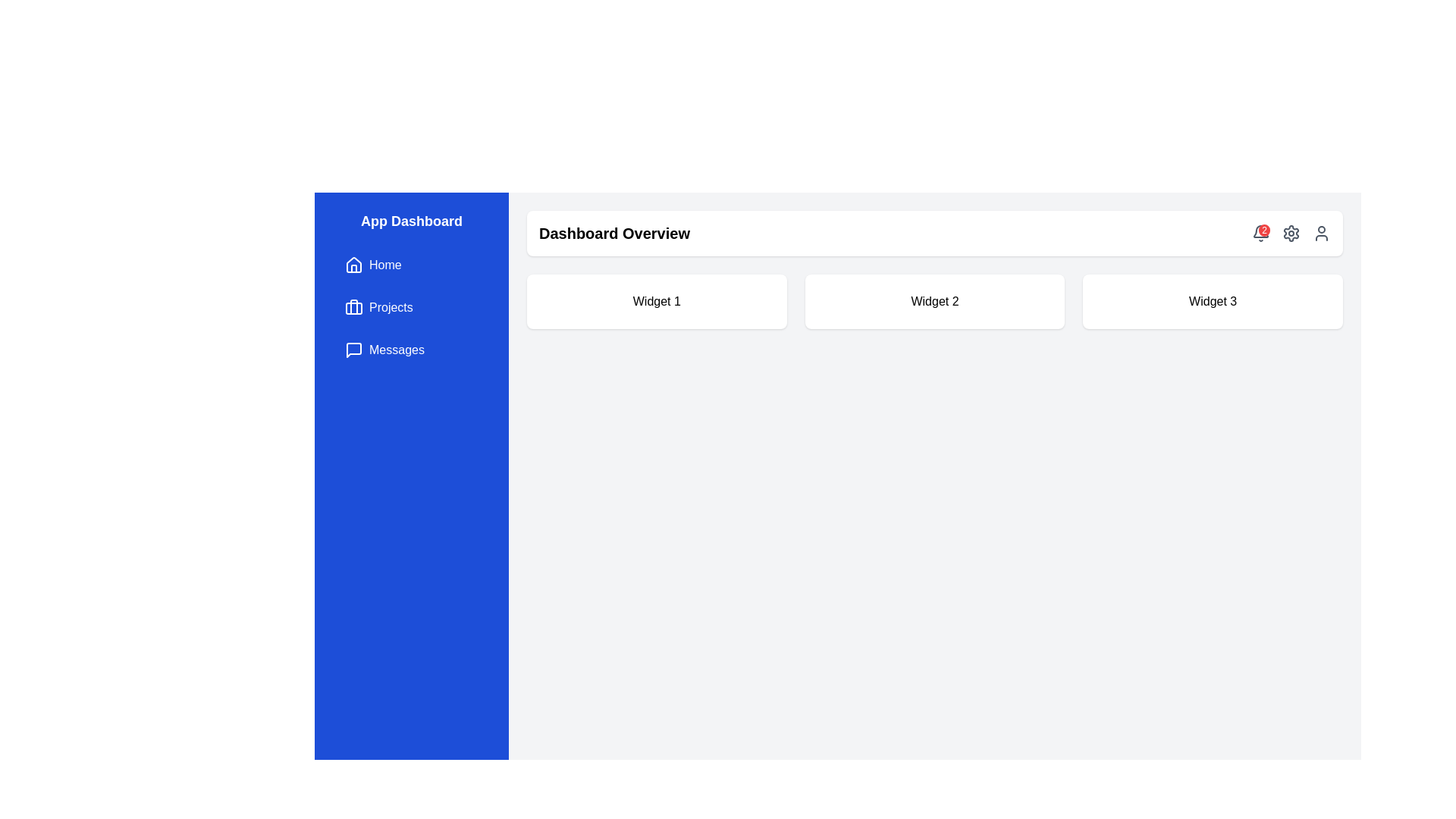  Describe the element at coordinates (353, 263) in the screenshot. I see `the house icon in the vertical navigation bar` at that location.